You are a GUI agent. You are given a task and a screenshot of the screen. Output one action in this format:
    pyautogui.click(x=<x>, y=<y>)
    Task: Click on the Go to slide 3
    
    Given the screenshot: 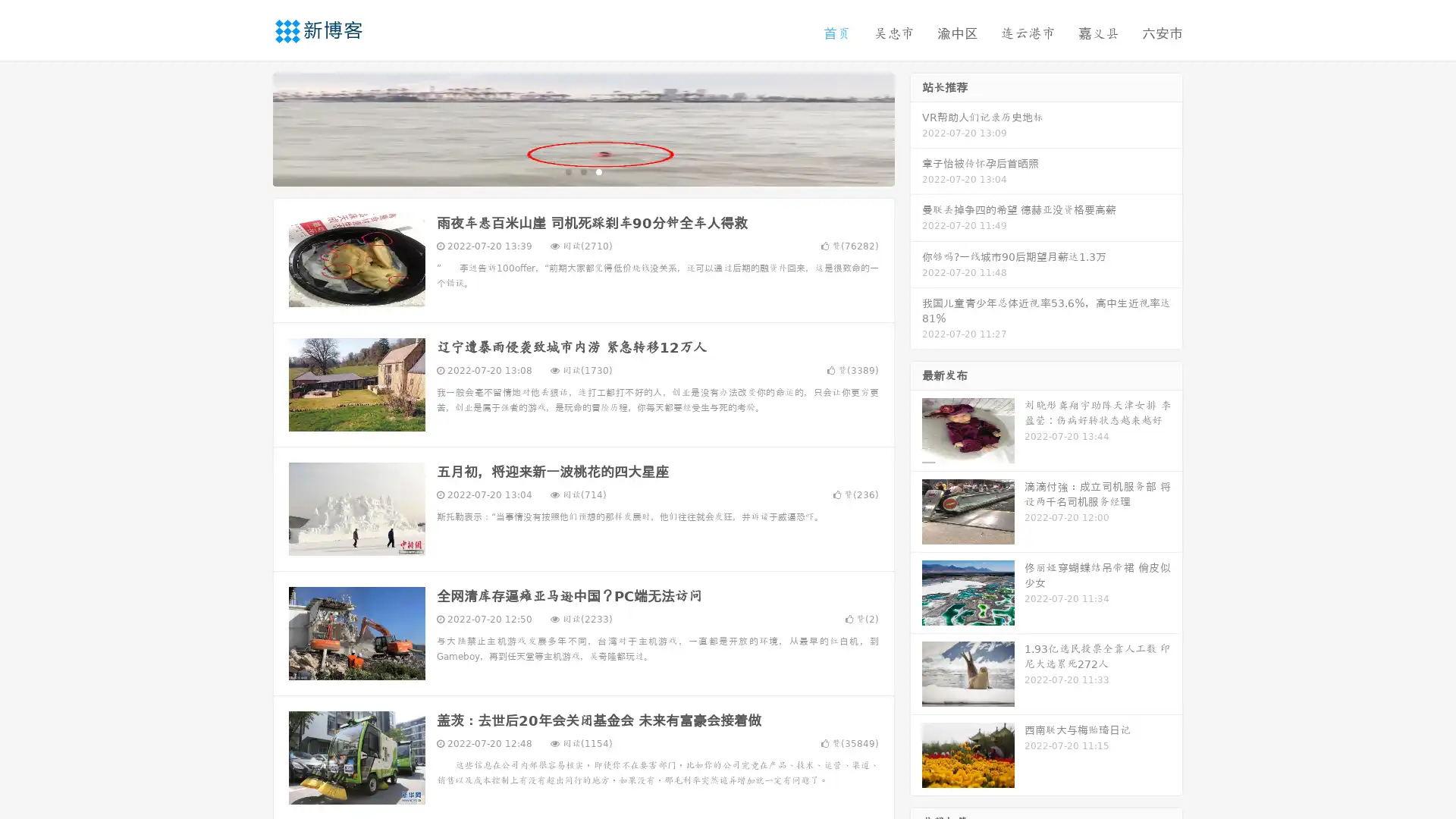 What is the action you would take?
    pyautogui.click(x=598, y=171)
    